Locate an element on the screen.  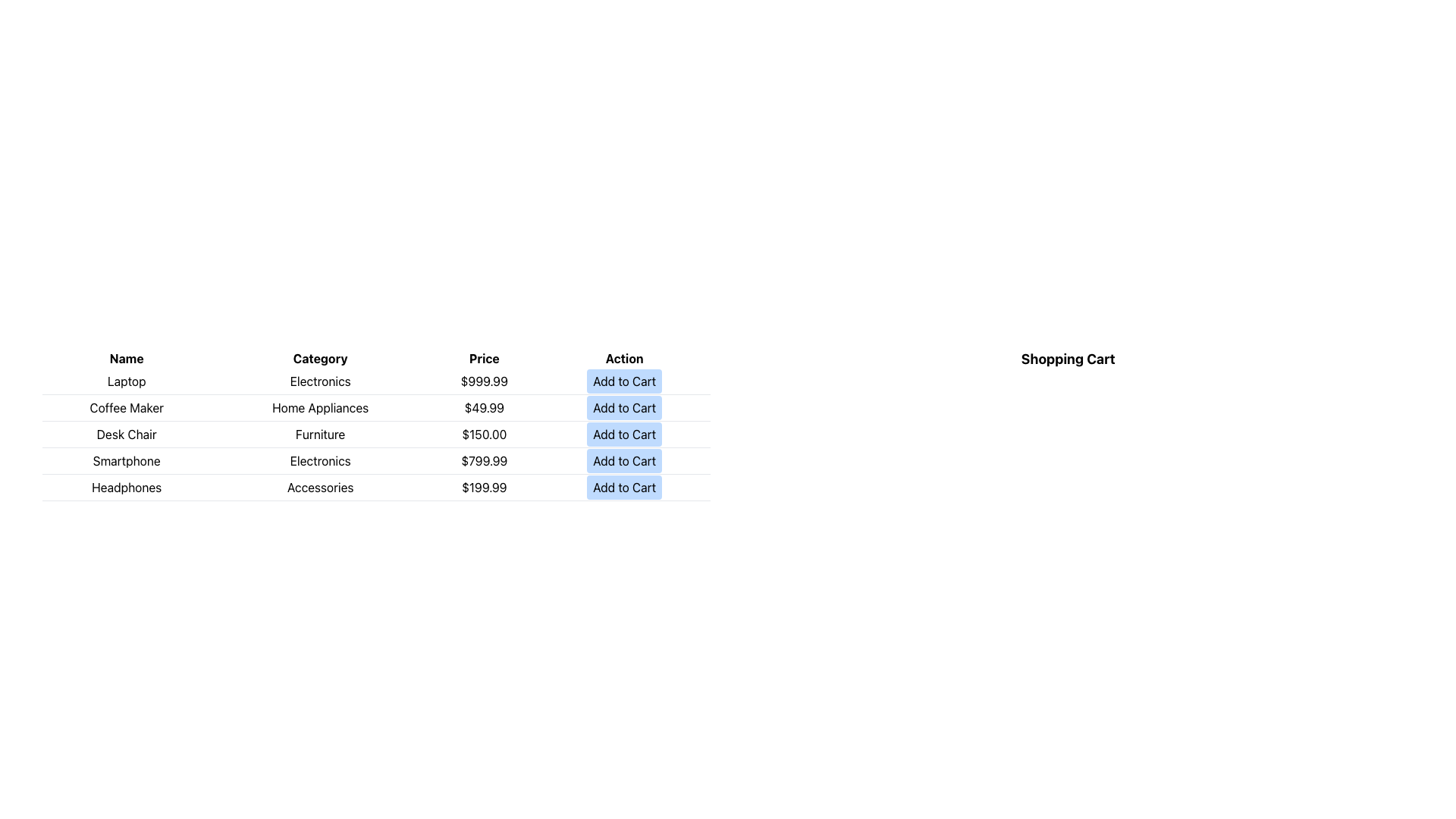
the 'Add to Cart' button with a blue background and rounded edges located in the 'Action' column of the table for the item 'Desk Chair' is located at coordinates (624, 435).